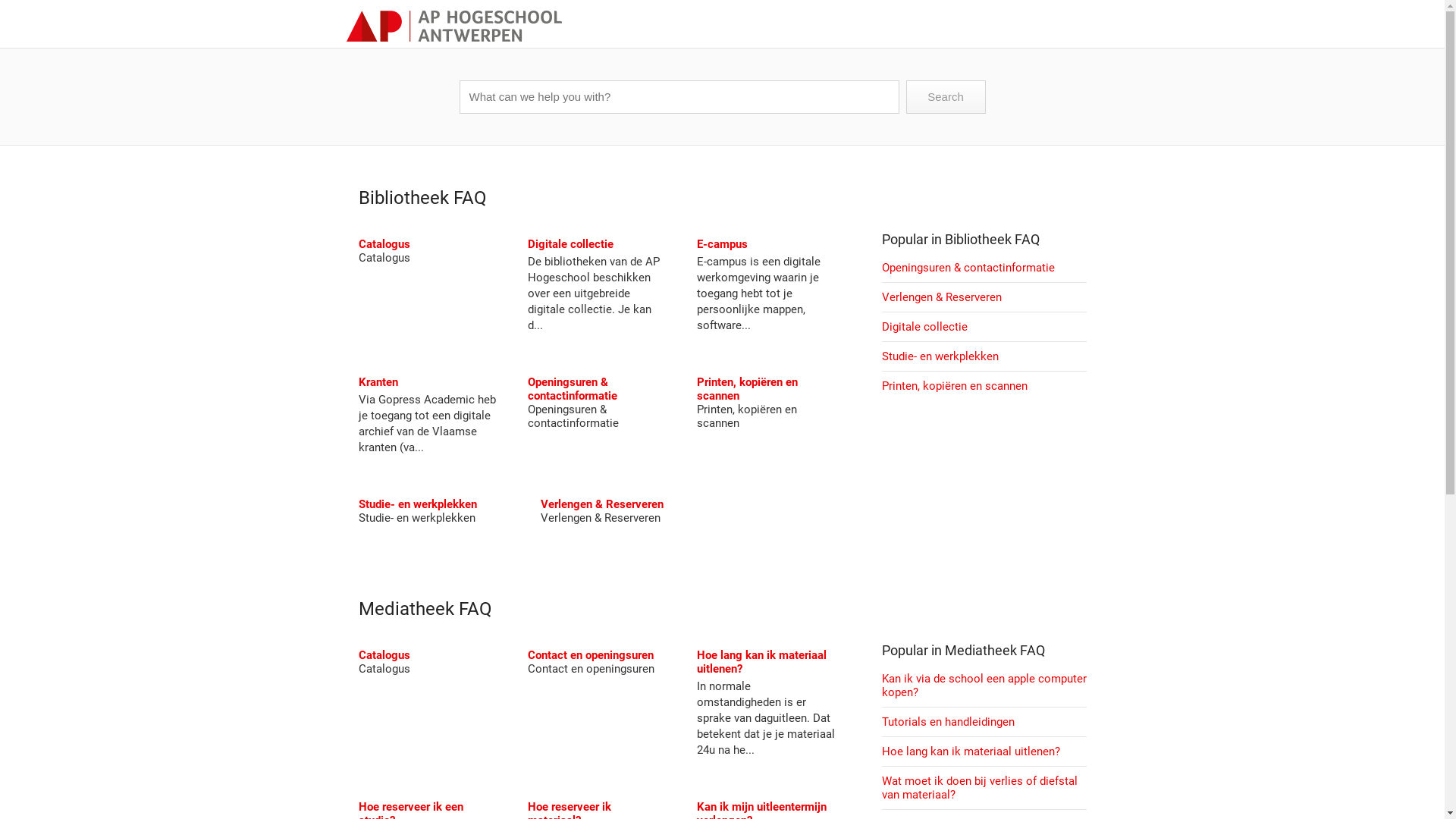  What do you see at coordinates (940, 297) in the screenshot?
I see `'Verlengen & Reserveren'` at bounding box center [940, 297].